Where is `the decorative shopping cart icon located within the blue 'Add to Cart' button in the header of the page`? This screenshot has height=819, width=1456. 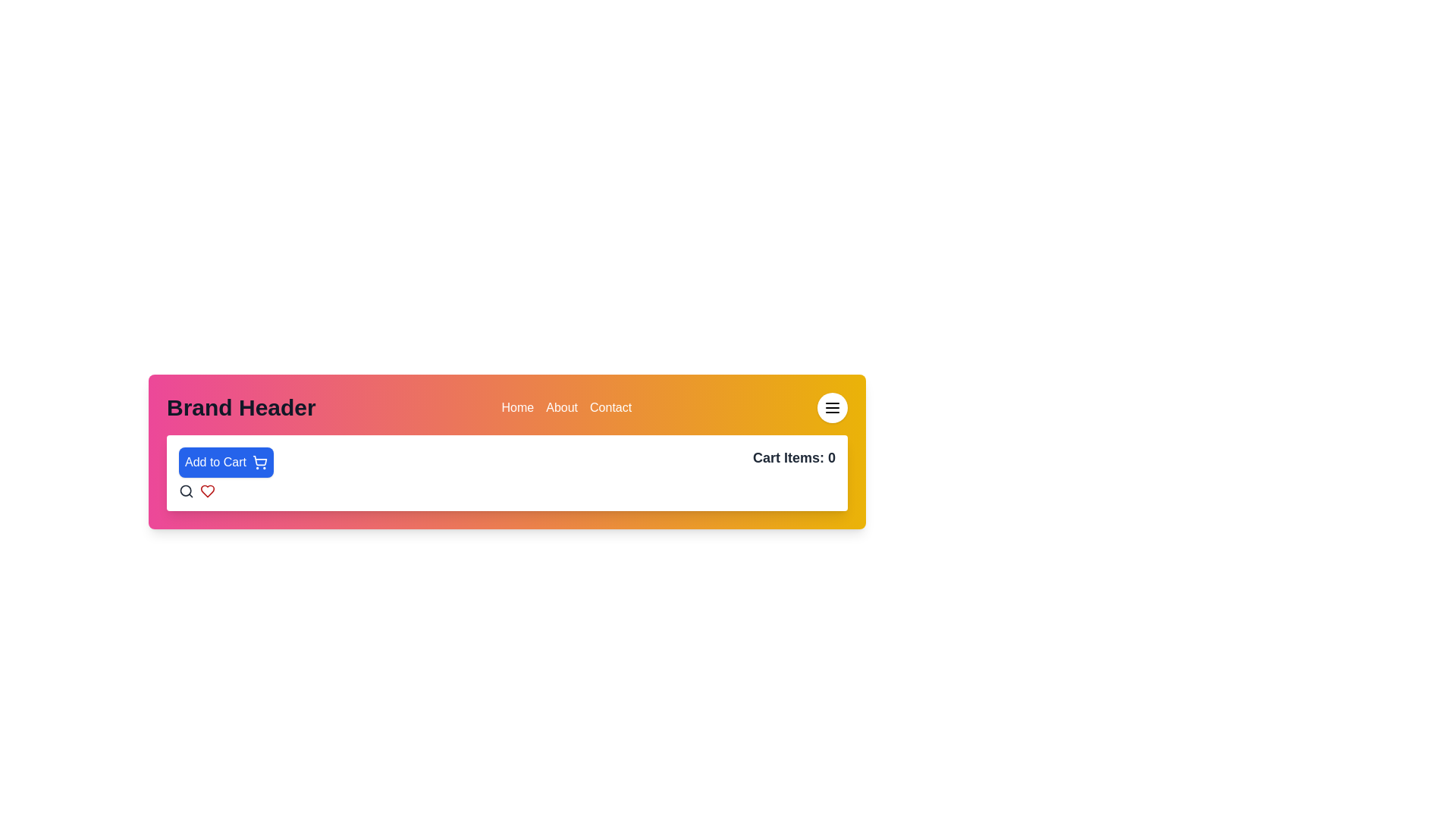
the decorative shopping cart icon located within the blue 'Add to Cart' button in the header of the page is located at coordinates (259, 460).